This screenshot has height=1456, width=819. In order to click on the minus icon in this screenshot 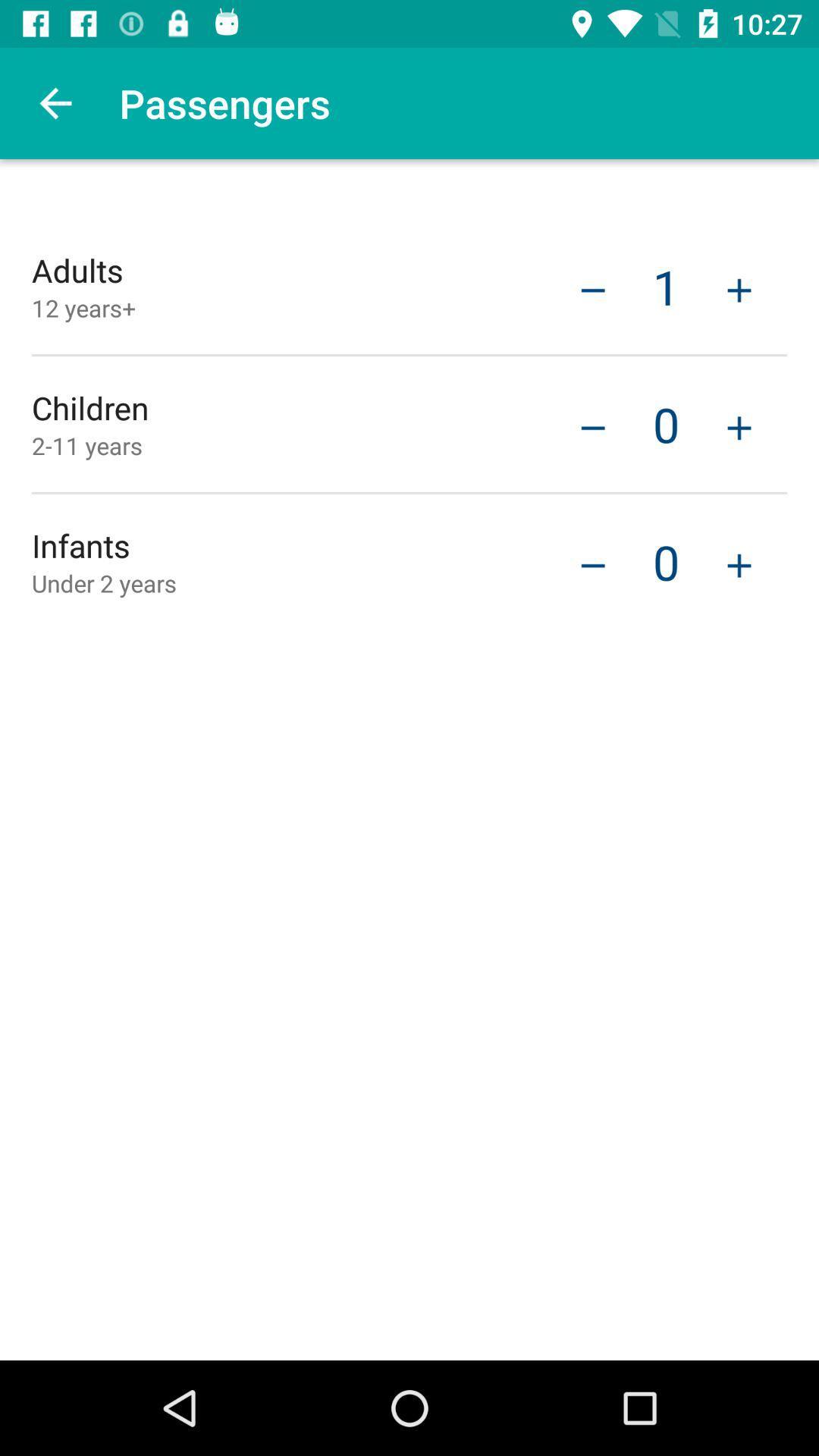, I will do `click(592, 563)`.